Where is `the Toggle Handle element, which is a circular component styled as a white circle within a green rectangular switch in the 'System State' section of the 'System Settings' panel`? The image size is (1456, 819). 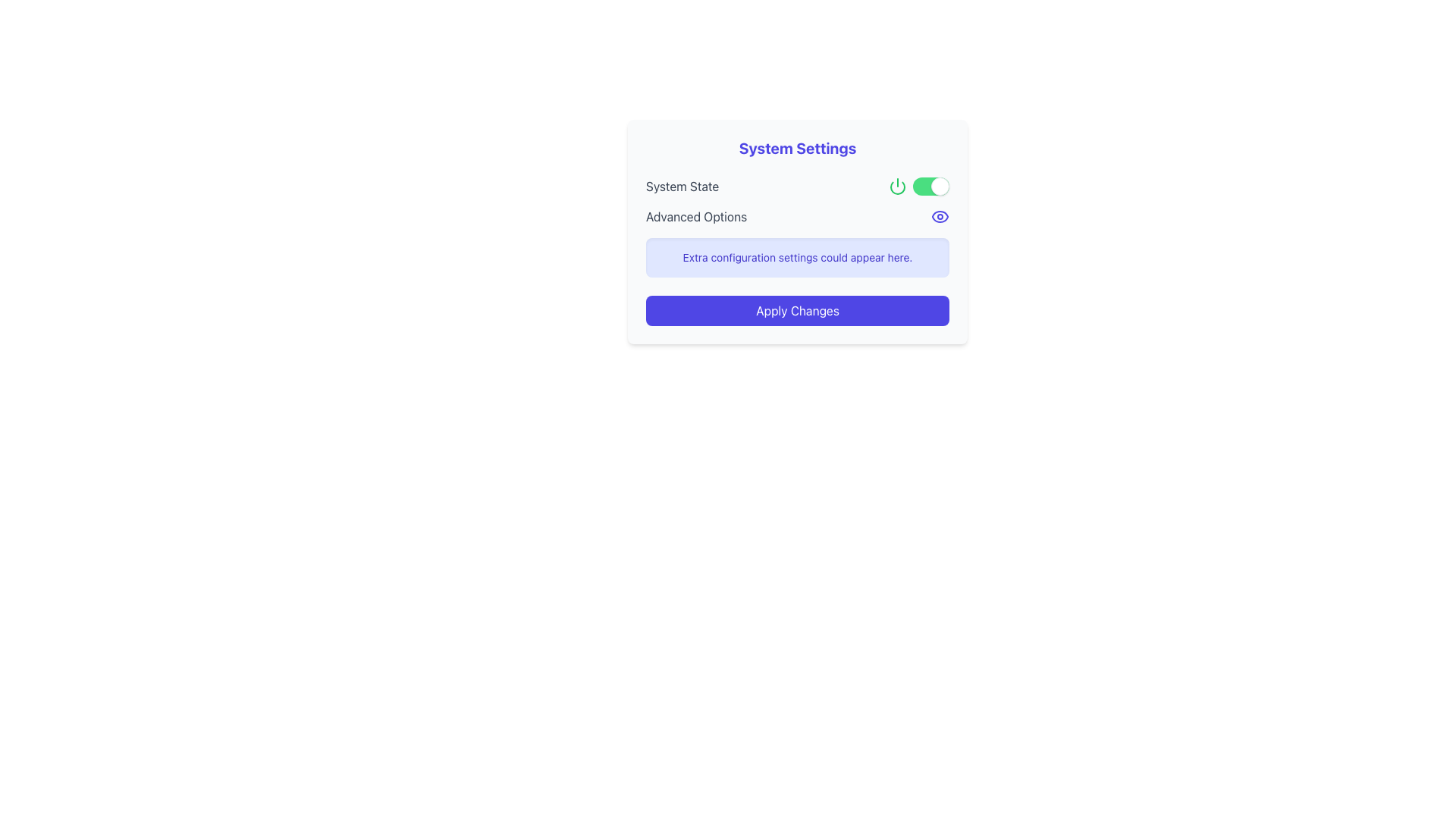
the Toggle Handle element, which is a circular component styled as a white circle within a green rectangular switch in the 'System State' section of the 'System Settings' panel is located at coordinates (939, 186).